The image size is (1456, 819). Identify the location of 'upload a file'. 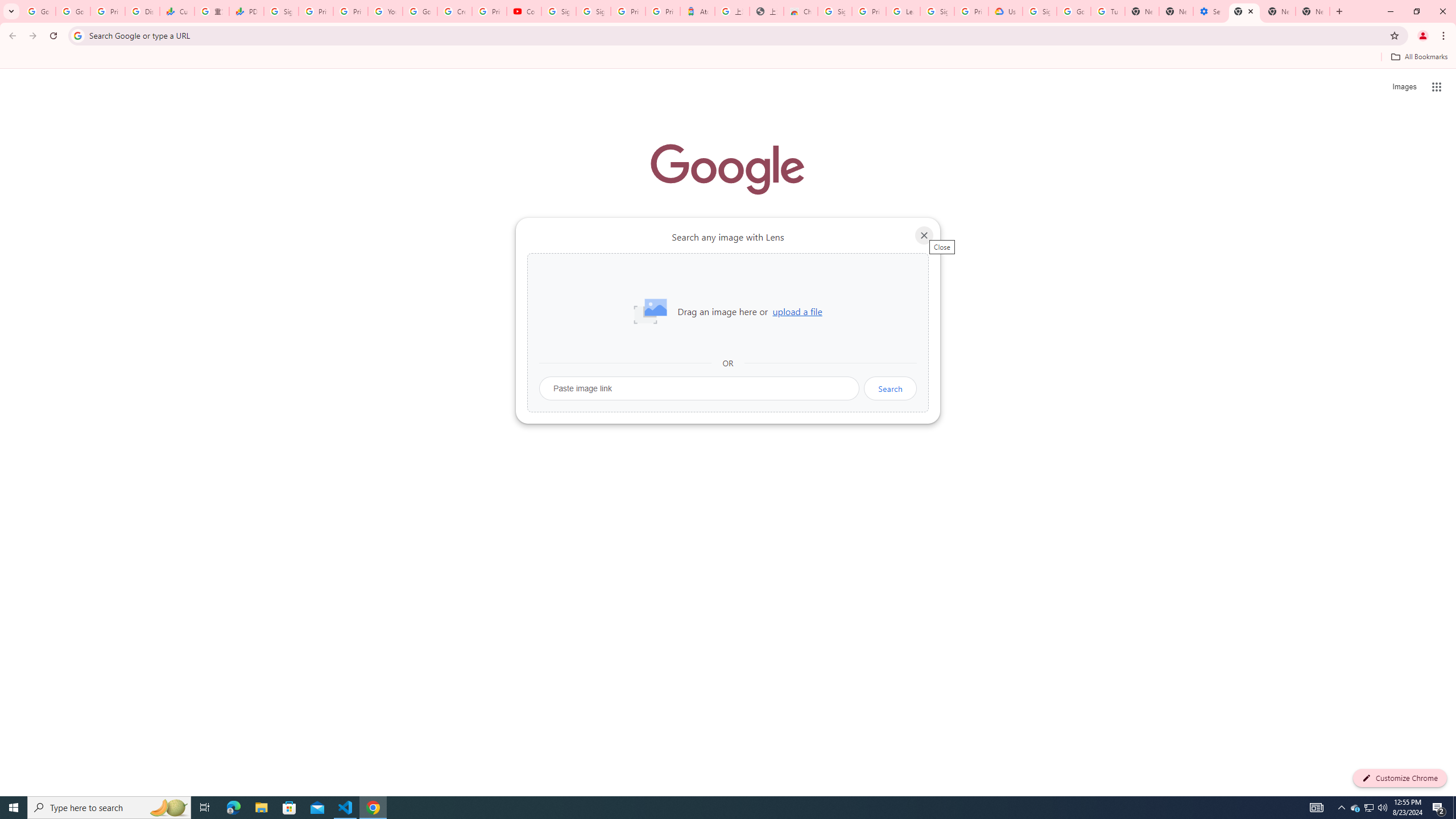
(797, 311).